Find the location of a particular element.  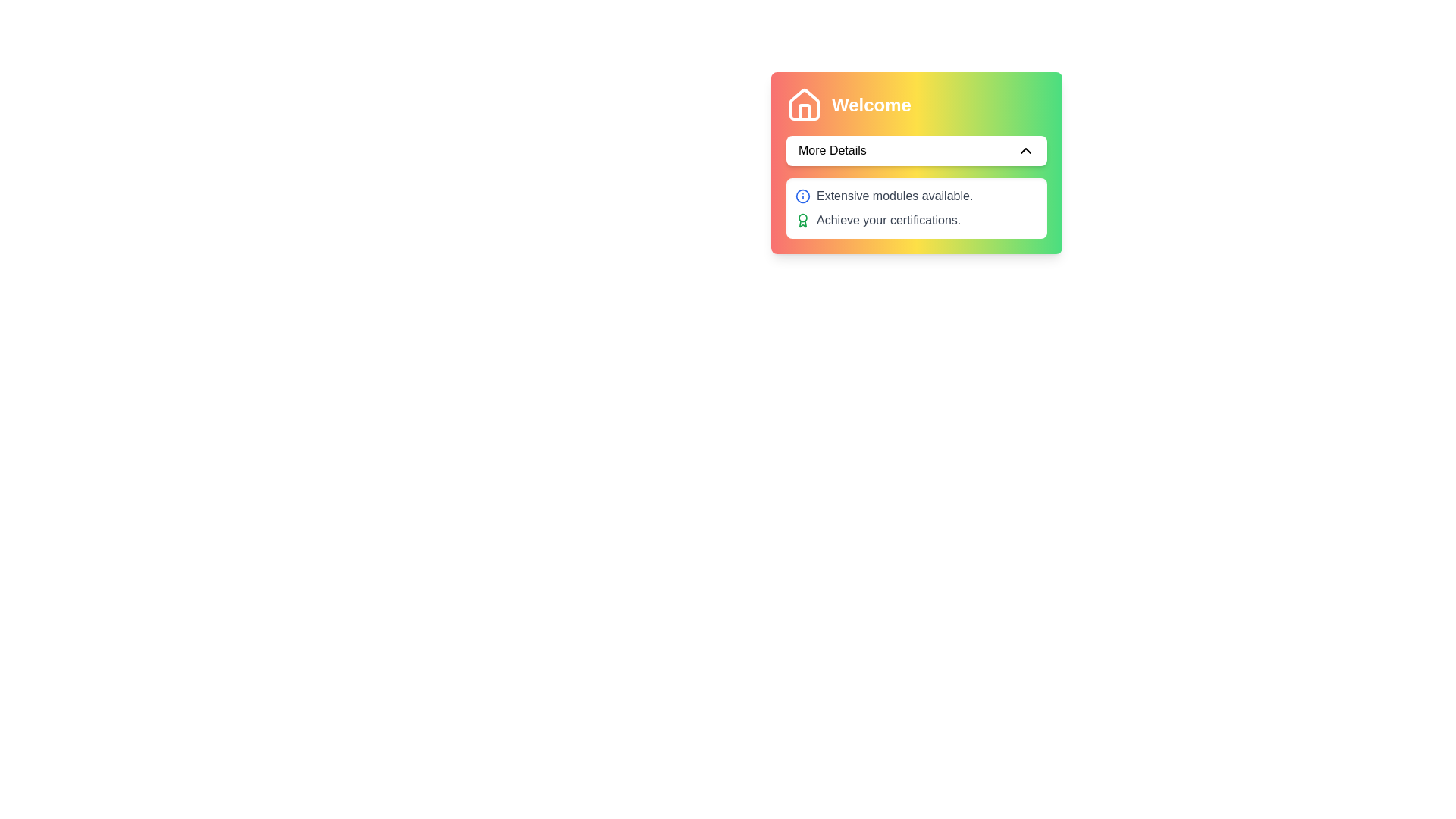

the rectangular button labeled 'More Details' with a white background and a dropdown arrow icon to trigger hover interactions is located at coordinates (916, 163).